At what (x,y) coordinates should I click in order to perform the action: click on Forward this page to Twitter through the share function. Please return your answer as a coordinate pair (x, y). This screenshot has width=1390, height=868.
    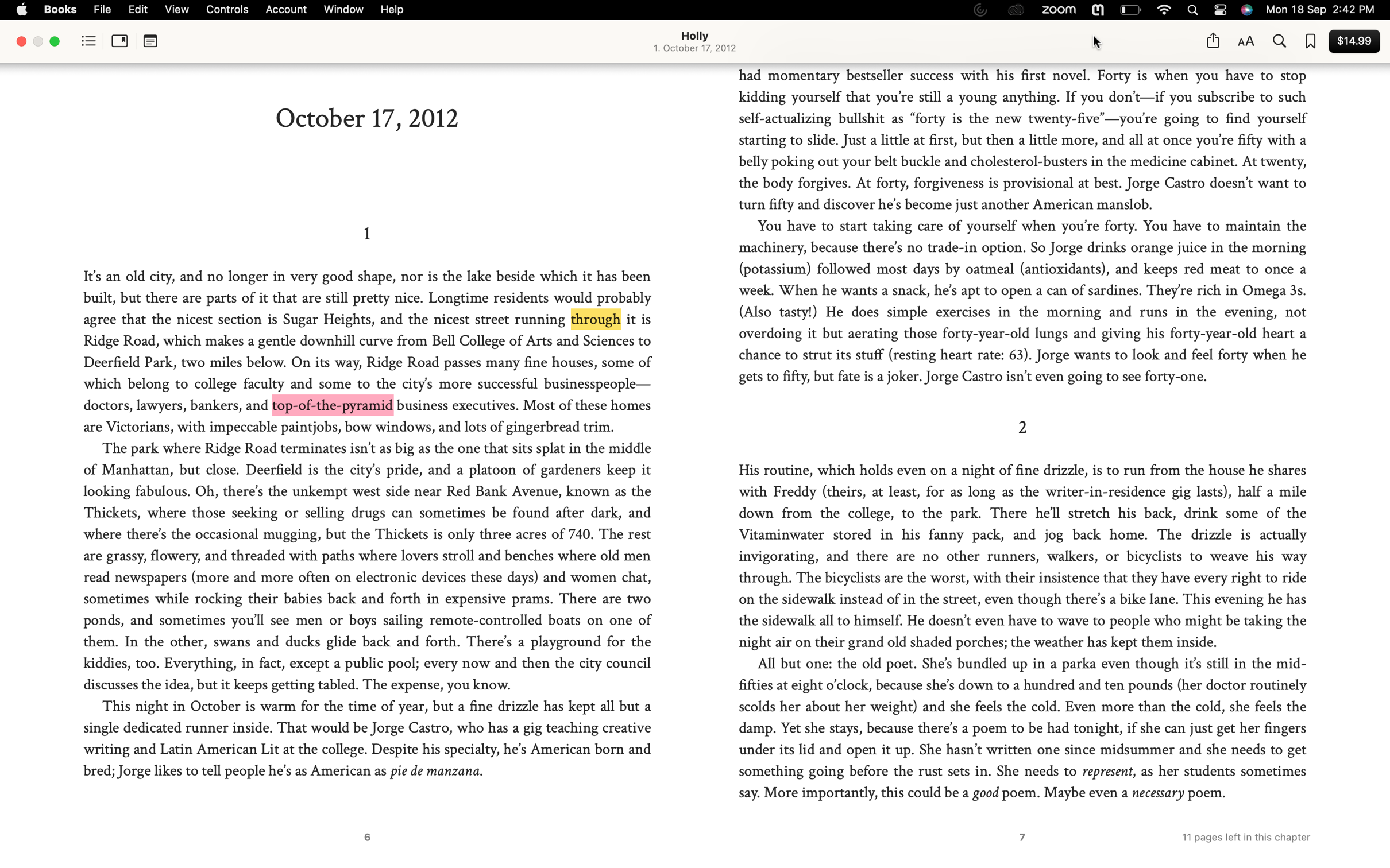
    Looking at the image, I should click on (1212, 40).